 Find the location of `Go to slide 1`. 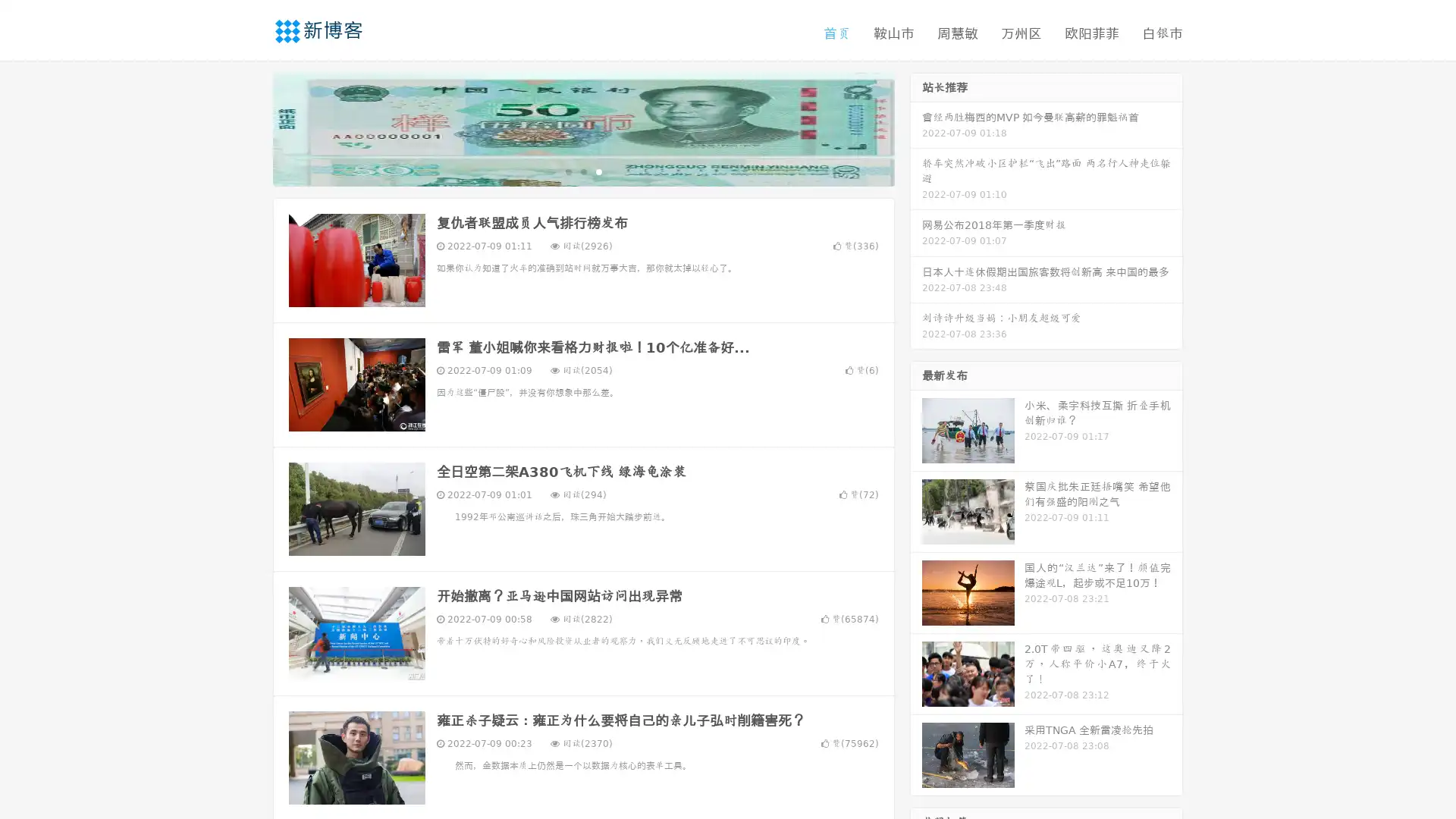

Go to slide 1 is located at coordinates (567, 171).